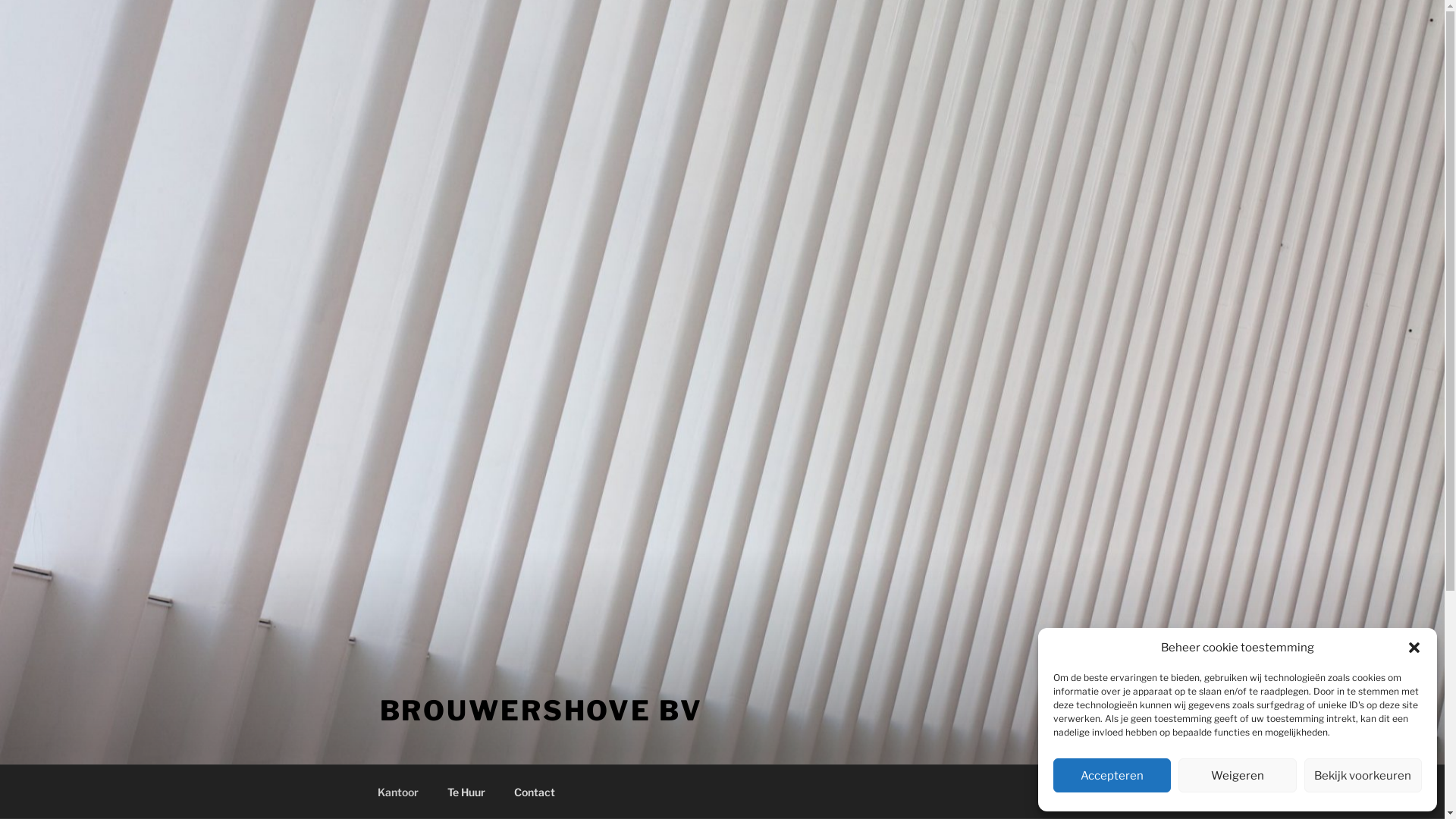  What do you see at coordinates (465, 791) in the screenshot?
I see `'Te Huur'` at bounding box center [465, 791].